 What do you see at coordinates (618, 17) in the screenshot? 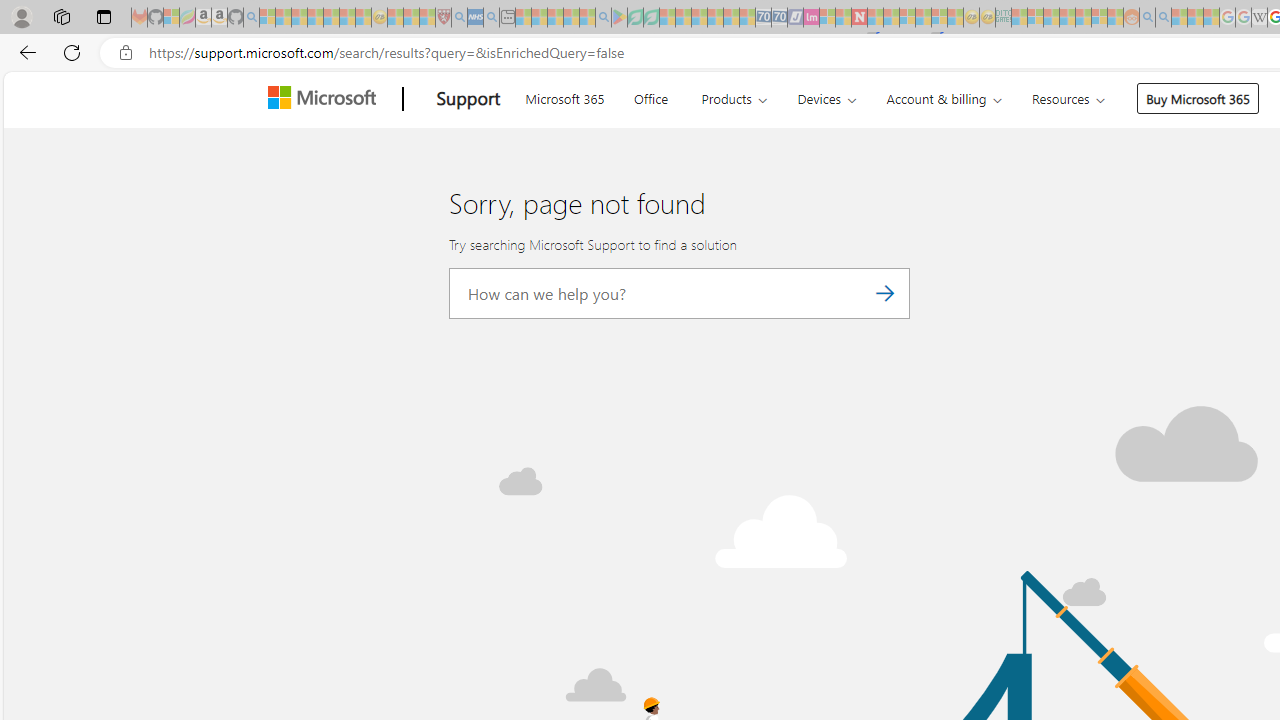
I see `'Bluey: Let'` at bounding box center [618, 17].